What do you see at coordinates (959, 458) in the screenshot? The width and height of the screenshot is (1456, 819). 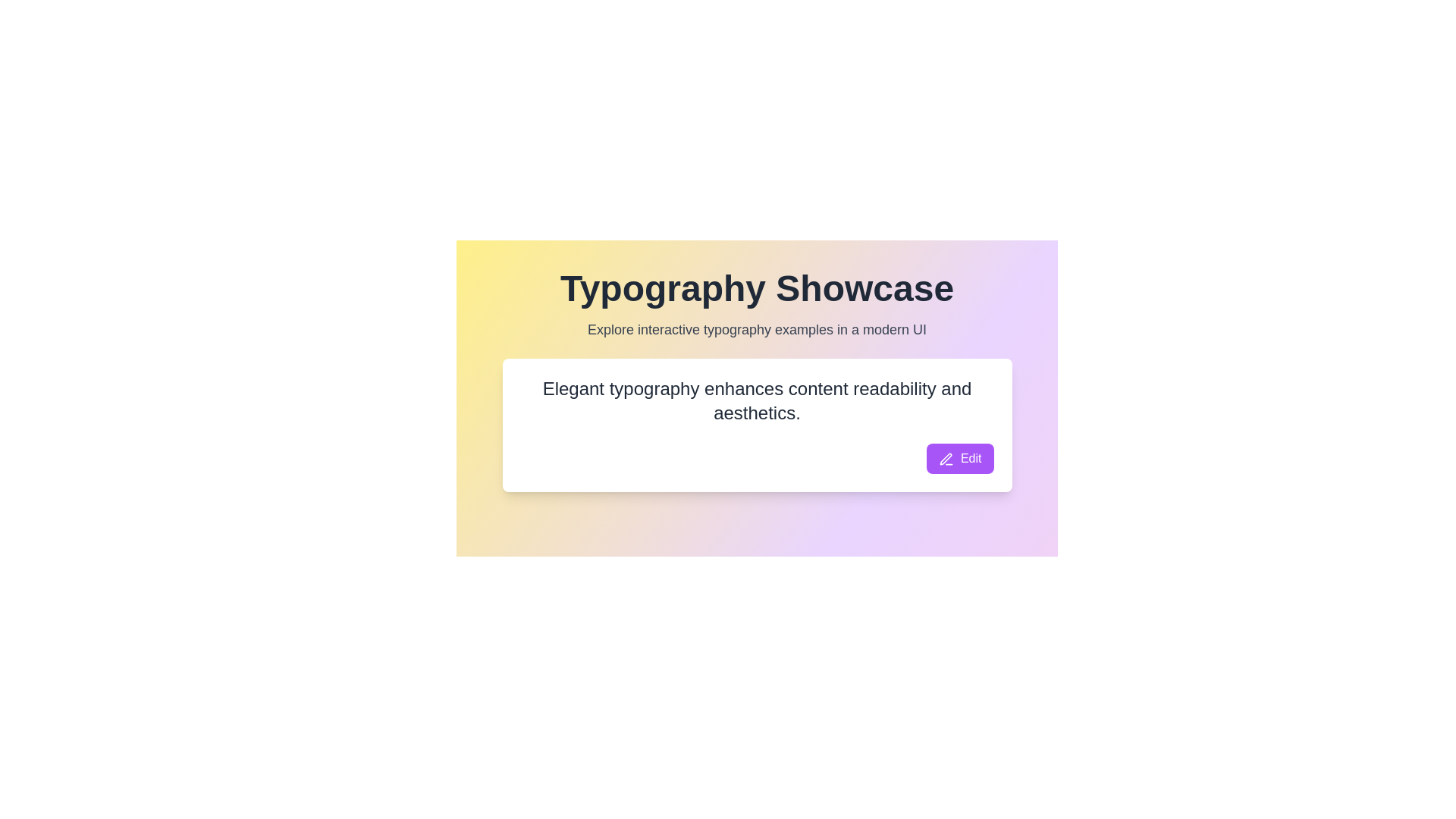 I see `the edit button located at the bottom-right corner of the text card` at bounding box center [959, 458].